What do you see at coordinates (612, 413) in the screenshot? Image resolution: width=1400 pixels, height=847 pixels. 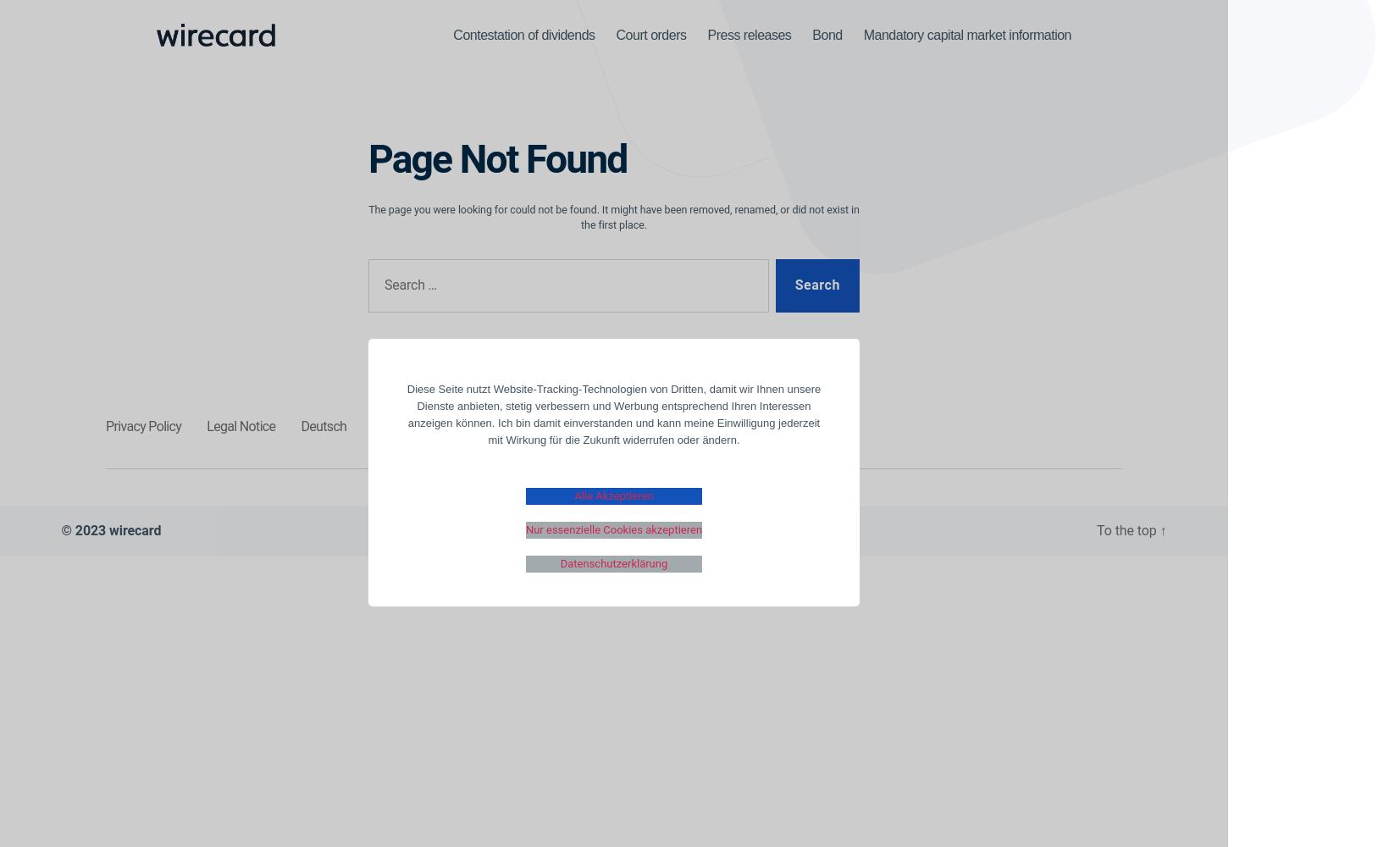 I see `'Diese Seite nutzt Website-Tracking-Technologien von Dritten, damit wir Ihnen unsere Dienste anbieten, stetig verbessern und Werbung entsprechend Ihren Interessen anzeigen können. Ich bin damit einverstanden und kann meine Einwilligung jederzeit mit Wirkung für die Zukunft widerrufen oder ändern.'` at bounding box center [612, 413].